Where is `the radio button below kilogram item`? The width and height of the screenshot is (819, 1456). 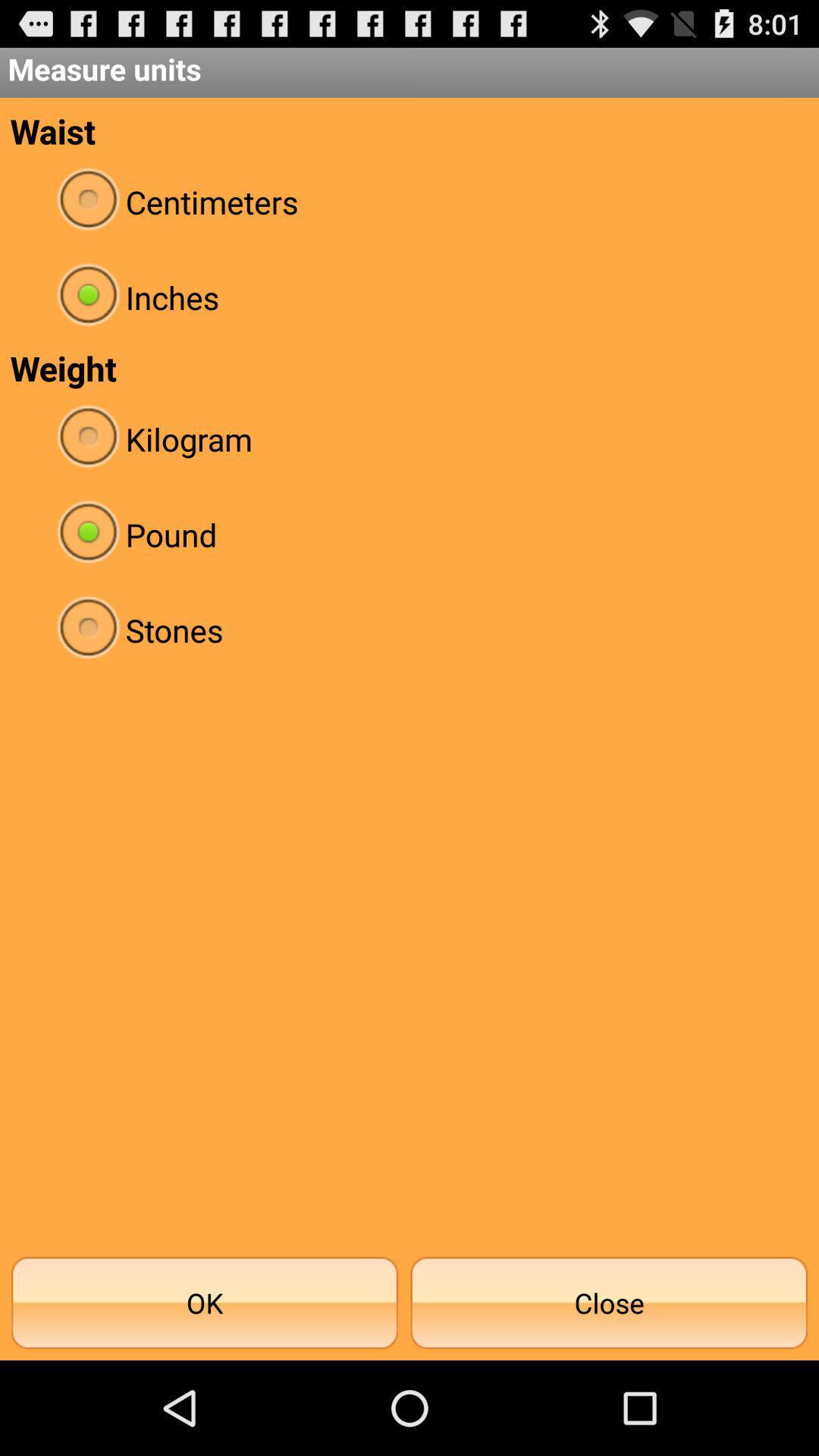
the radio button below kilogram item is located at coordinates (409, 535).